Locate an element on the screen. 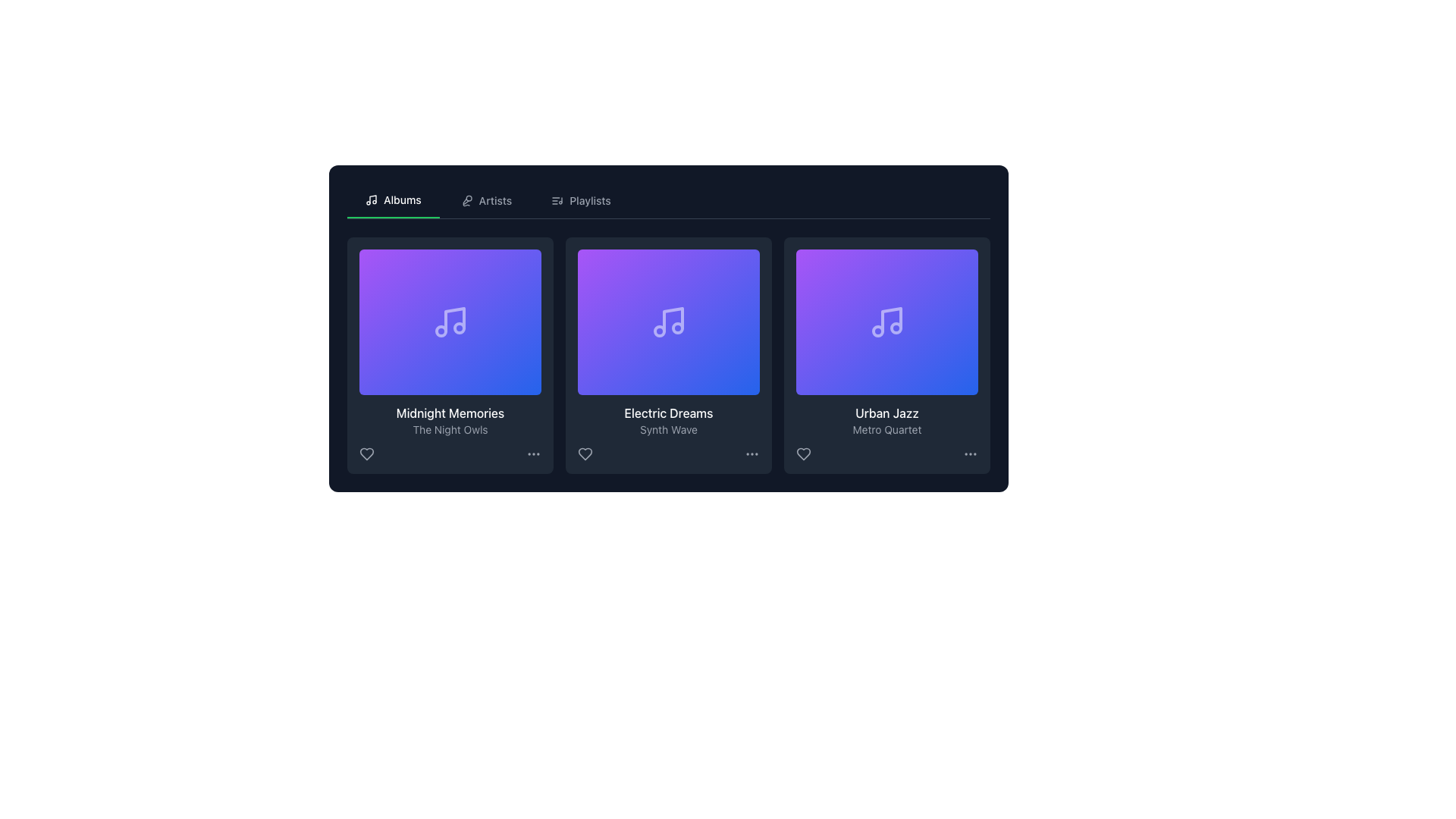 Image resolution: width=1456 pixels, height=819 pixels. the vertical line resembling the neck of a music note, which is part of the 'Urban Jazz' album tile is located at coordinates (892, 318).